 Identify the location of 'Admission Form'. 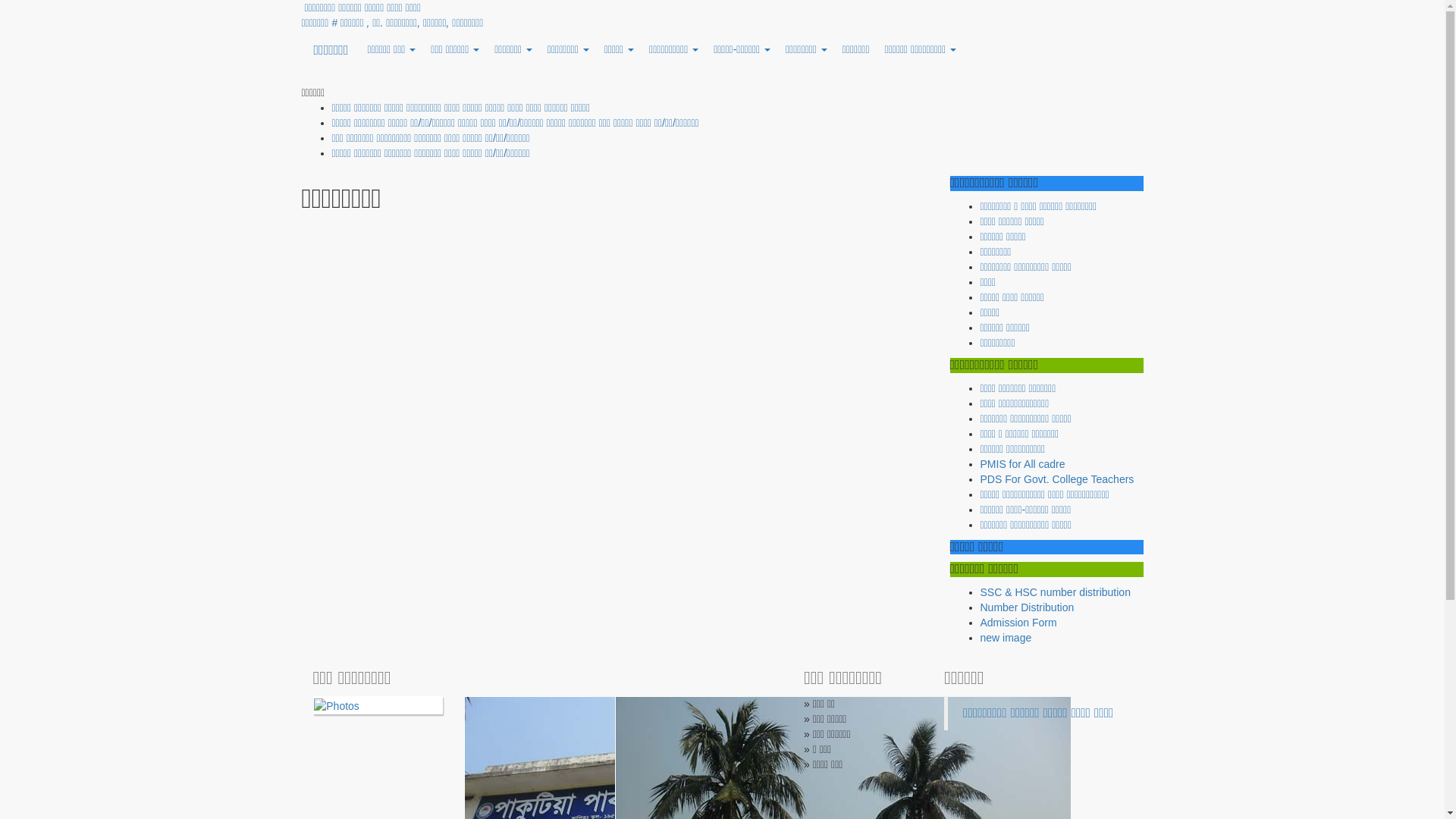
(1018, 623).